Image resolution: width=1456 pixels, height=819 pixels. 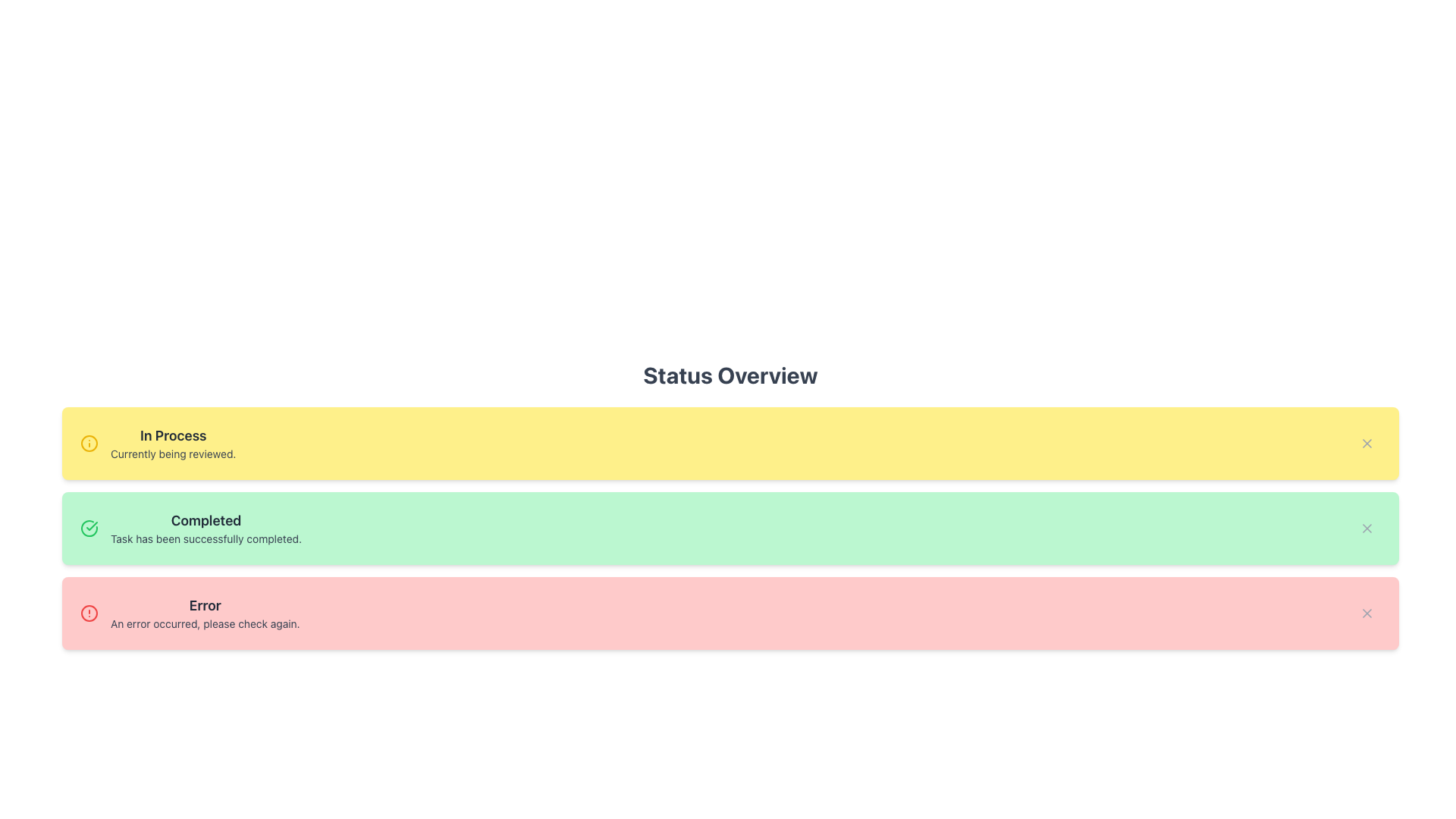 I want to click on the circular alert icon located at the leftmost position within the red 'Error' notification box, visually enhancing the user's ability to identify the type of notification, so click(x=89, y=613).